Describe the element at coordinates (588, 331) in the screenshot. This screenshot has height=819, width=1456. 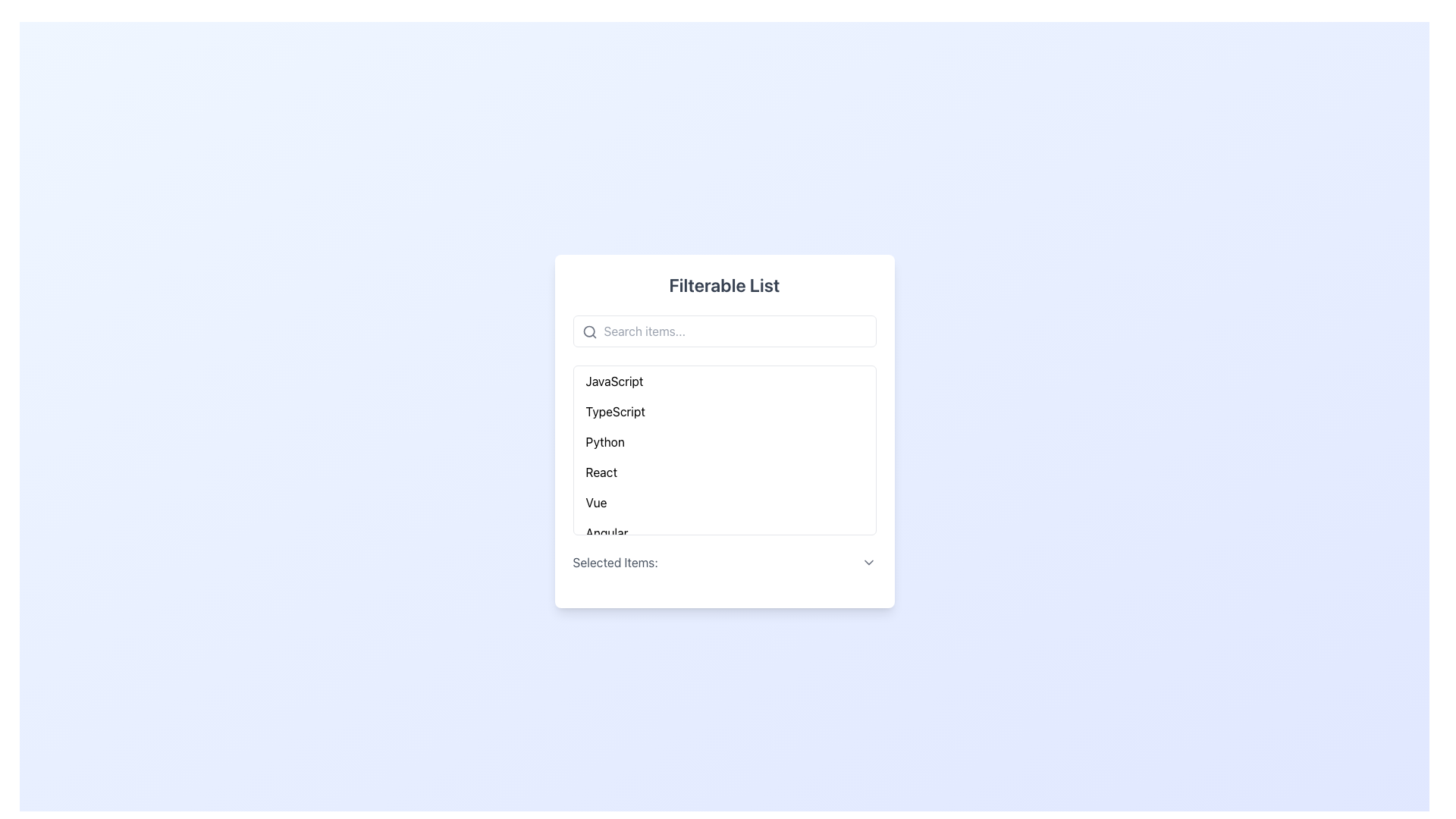
I see `the circular search icon with a magnifying glass symbol, located at the top-left corner of the text input field next to the placeholder text 'Search items...'` at that location.